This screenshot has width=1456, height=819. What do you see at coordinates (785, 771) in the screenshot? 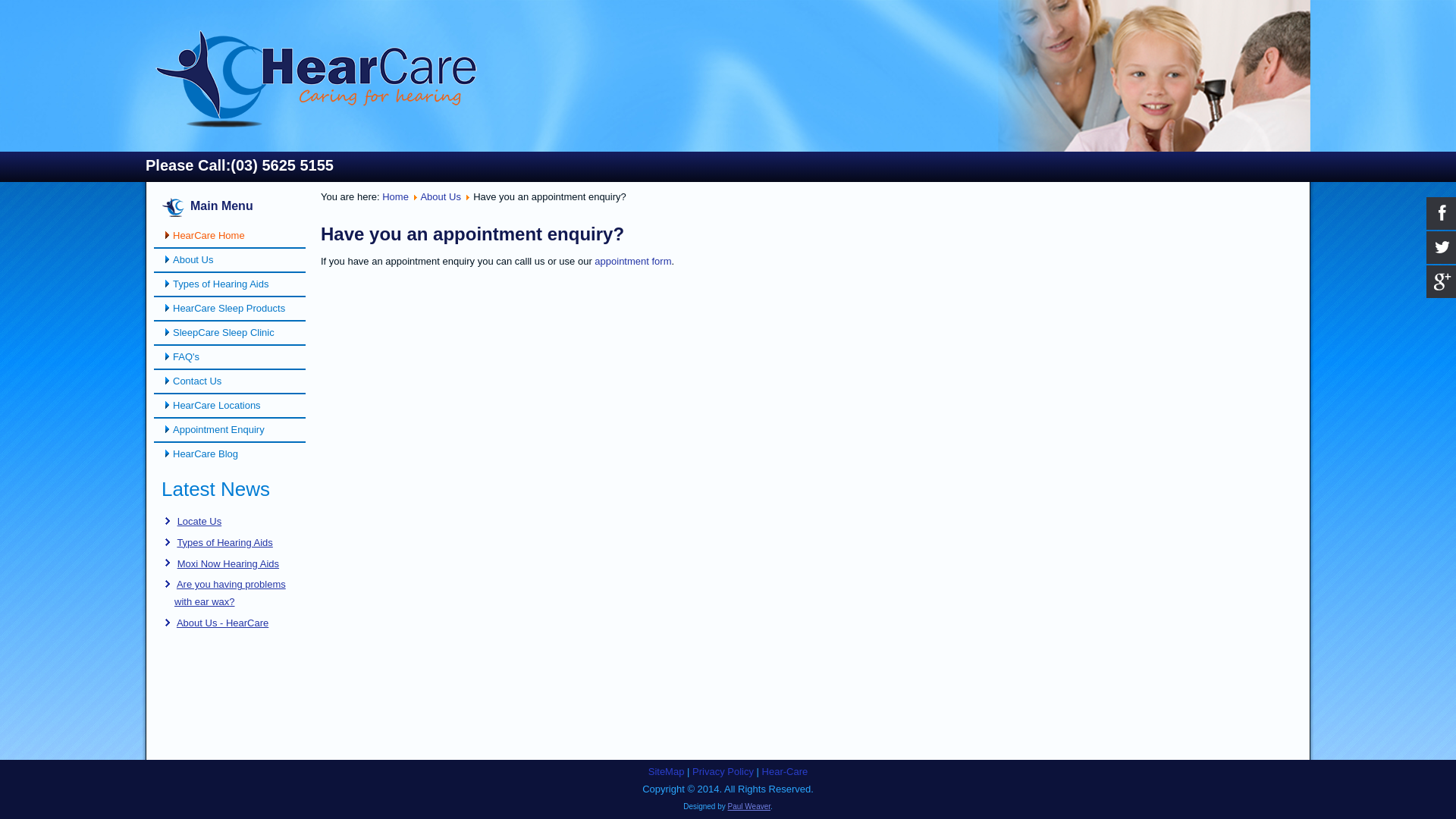
I see `'Hear-Care'` at bounding box center [785, 771].